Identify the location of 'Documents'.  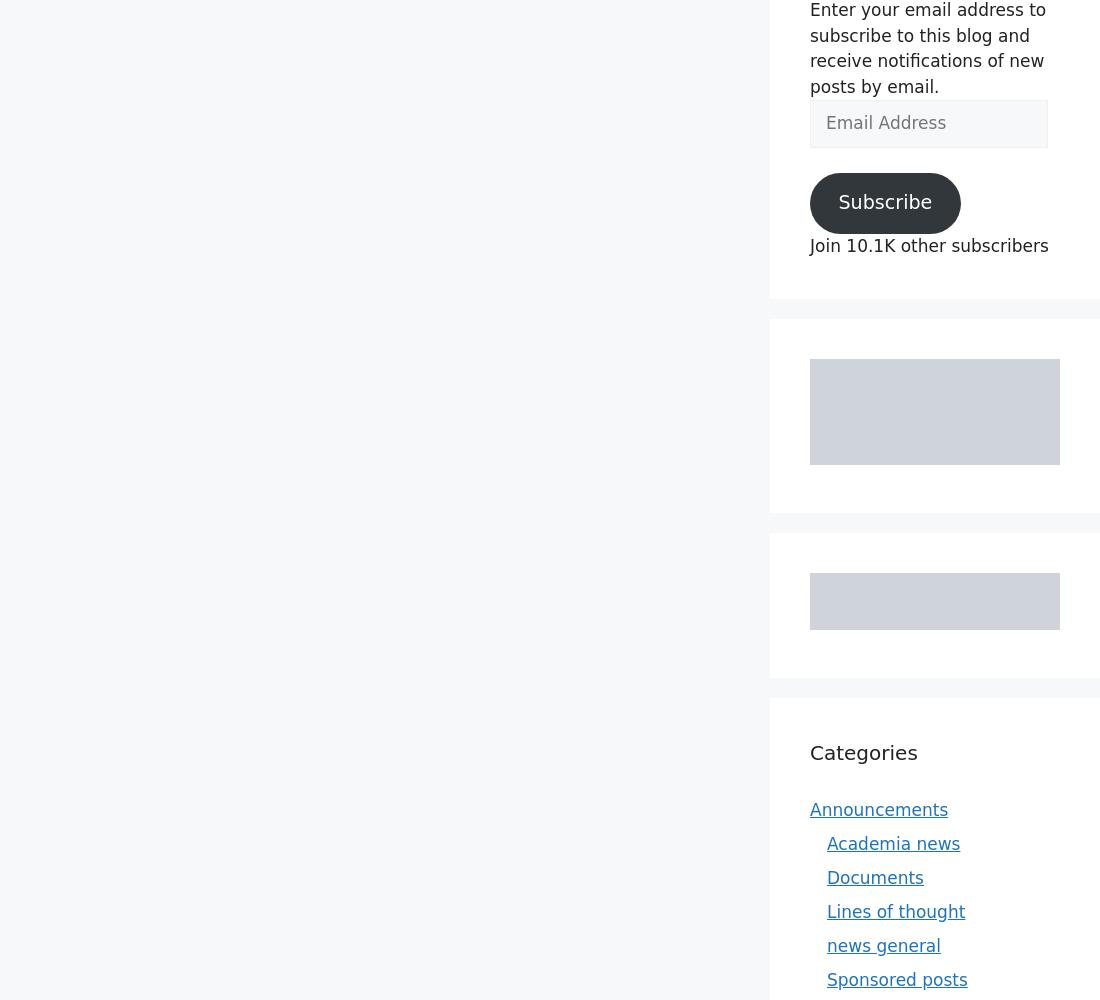
(874, 877).